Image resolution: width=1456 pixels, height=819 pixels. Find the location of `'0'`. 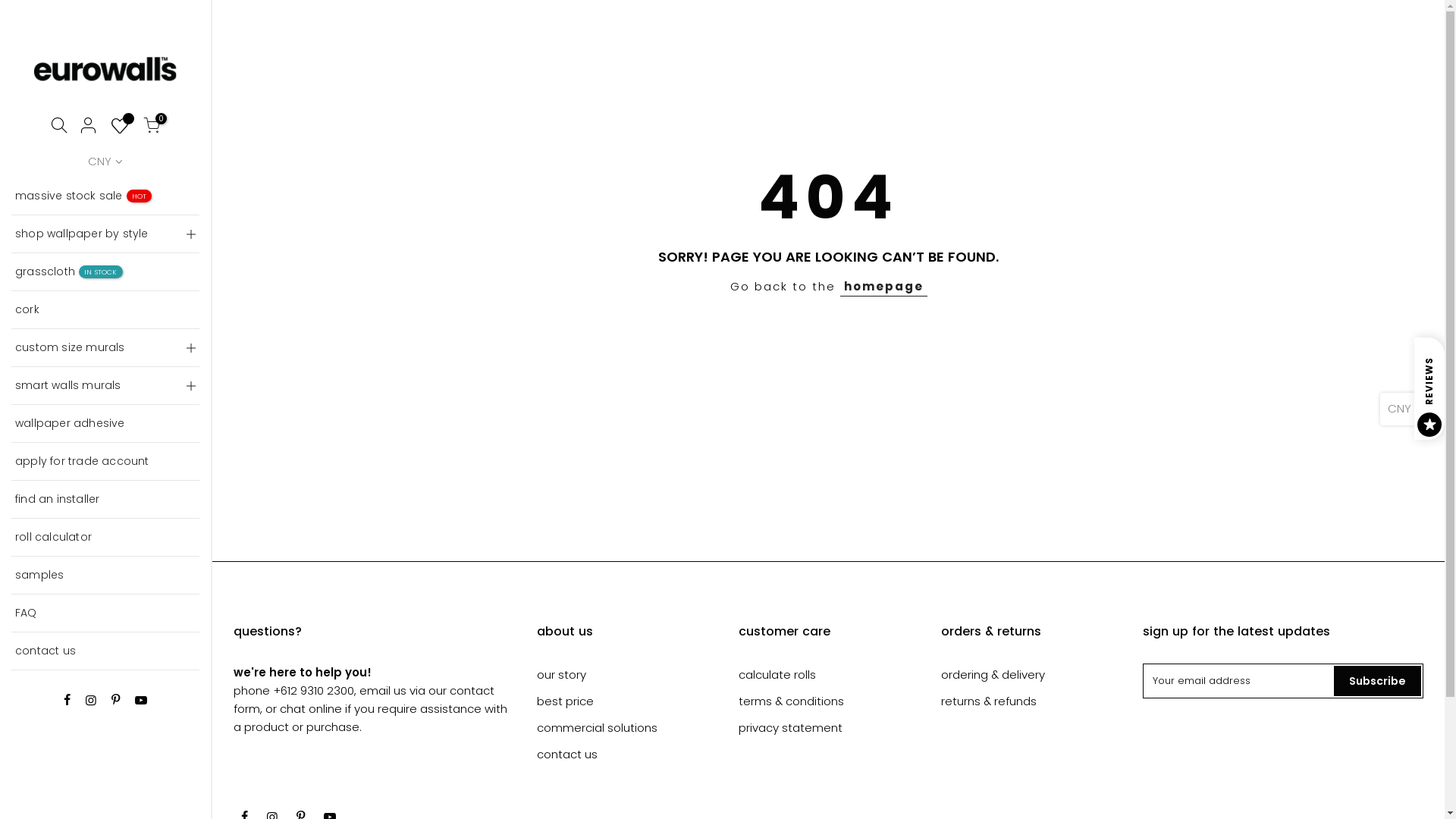

'0' is located at coordinates (152, 127).